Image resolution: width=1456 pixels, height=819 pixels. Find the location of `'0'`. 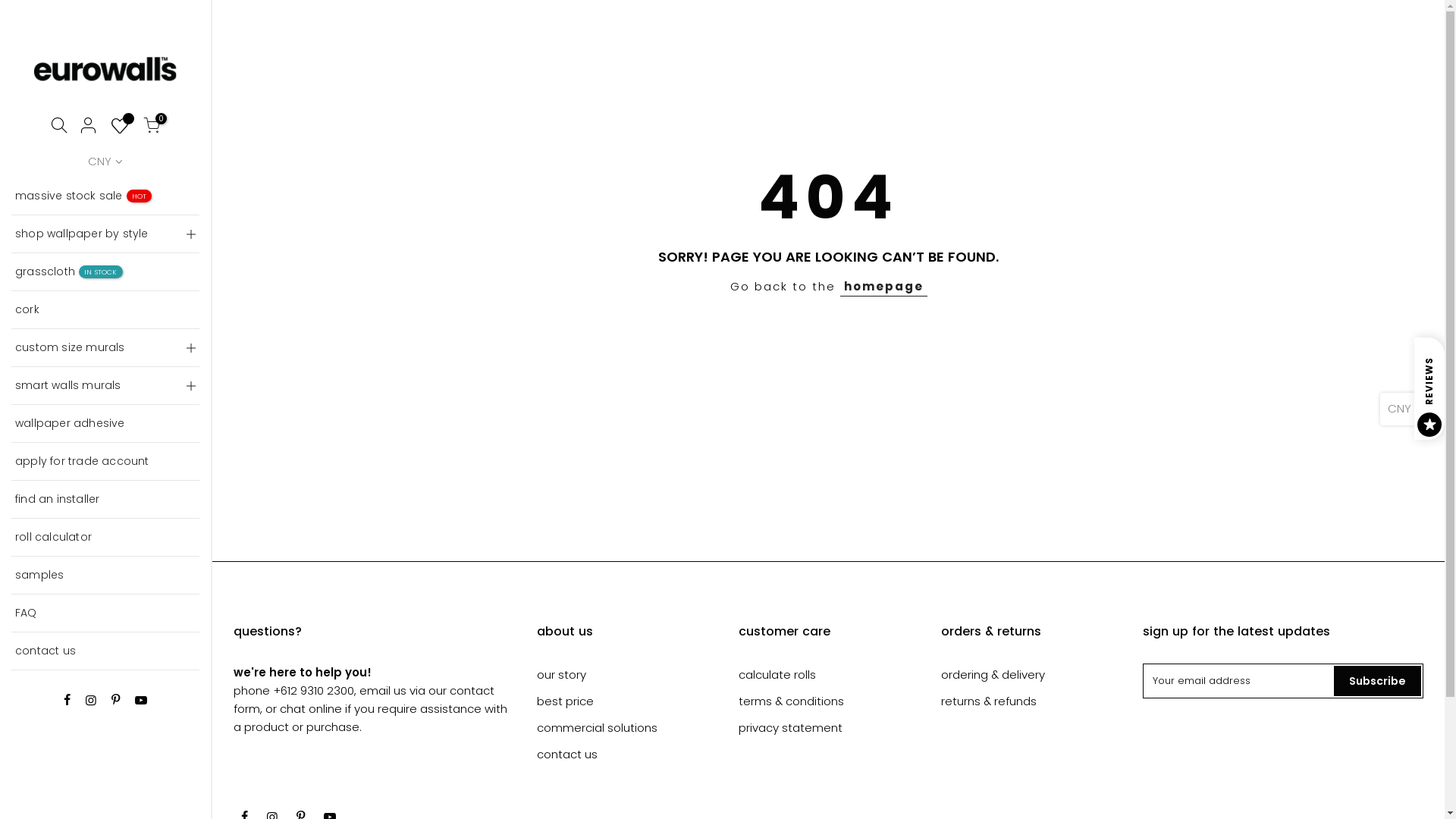

'0' is located at coordinates (152, 127).